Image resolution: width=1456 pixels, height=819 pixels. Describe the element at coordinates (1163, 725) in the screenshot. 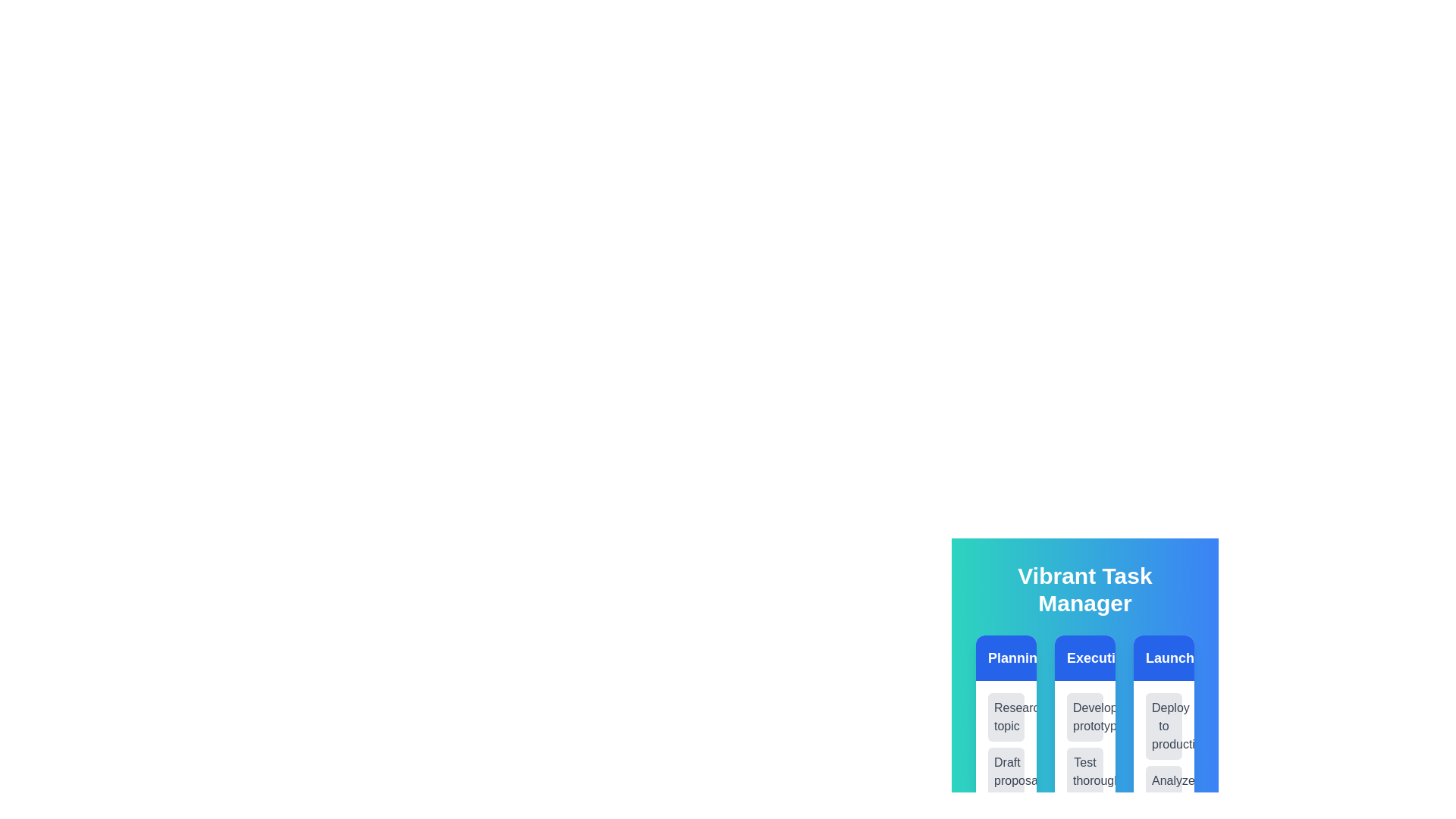

I see `the label with the text 'Deploy to production' that has a light gray background and is positioned under the 'Launch' section` at that location.